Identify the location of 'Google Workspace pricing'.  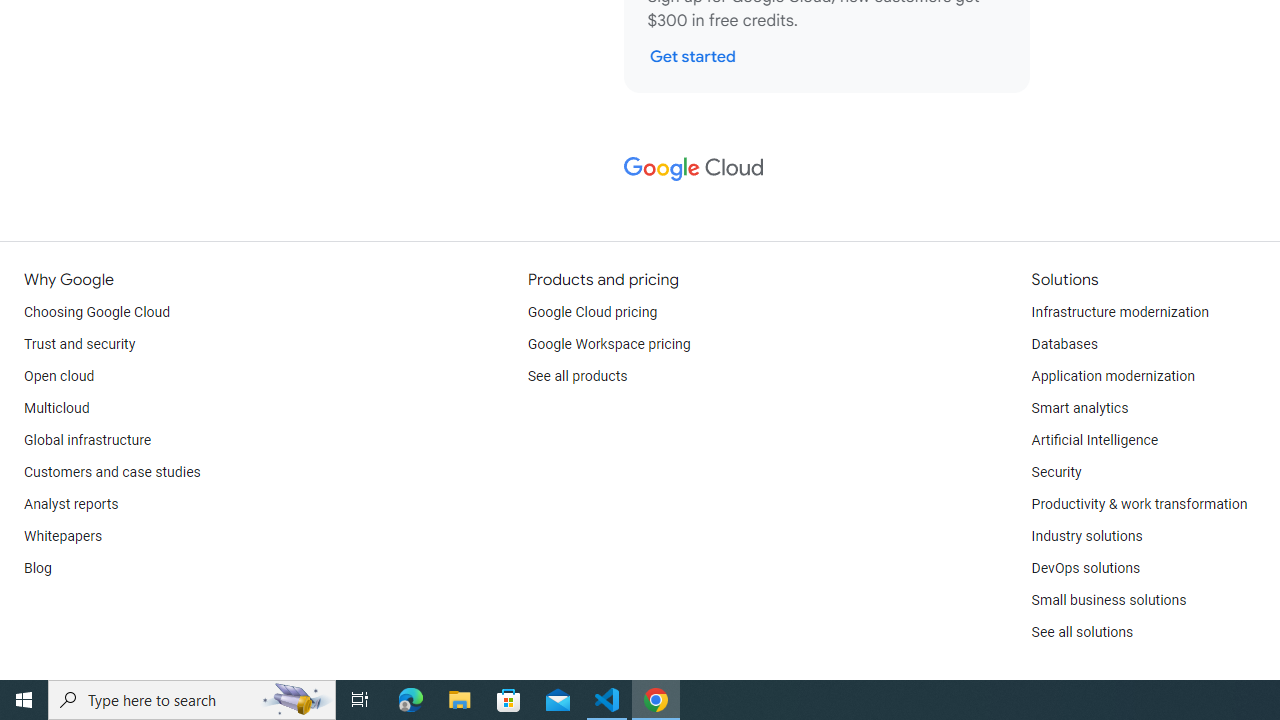
(608, 343).